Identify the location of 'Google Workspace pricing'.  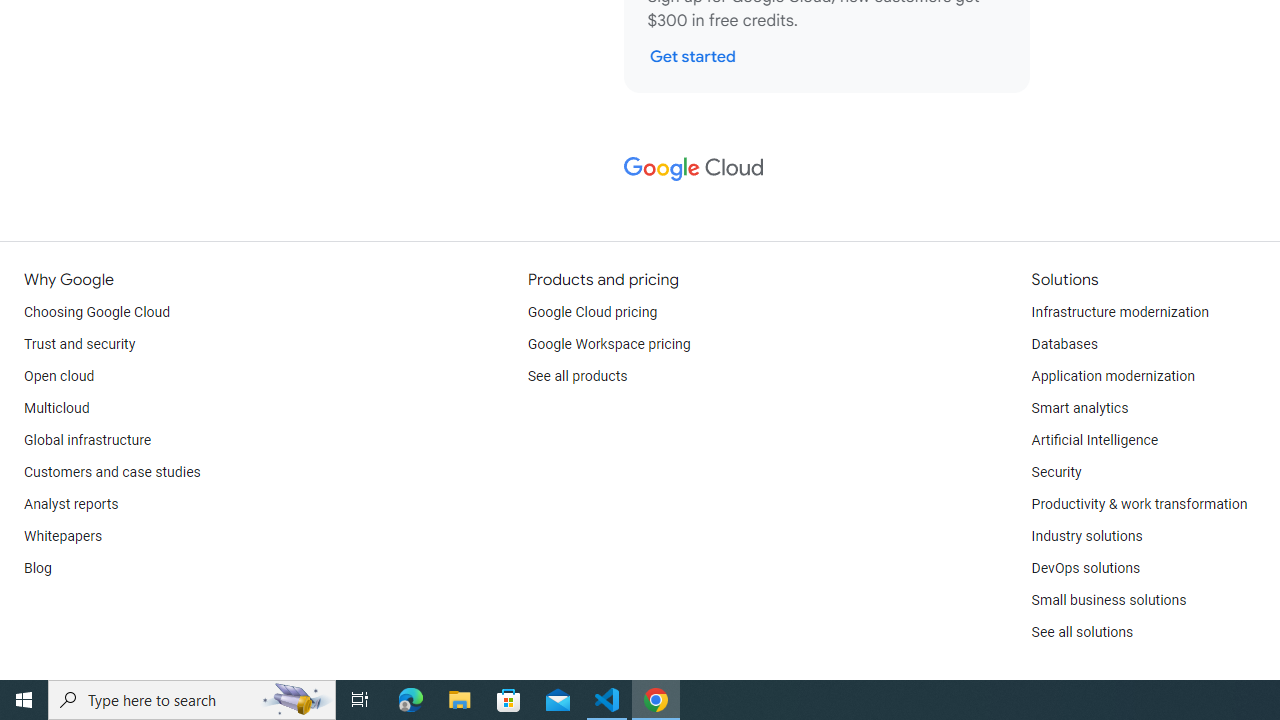
(608, 343).